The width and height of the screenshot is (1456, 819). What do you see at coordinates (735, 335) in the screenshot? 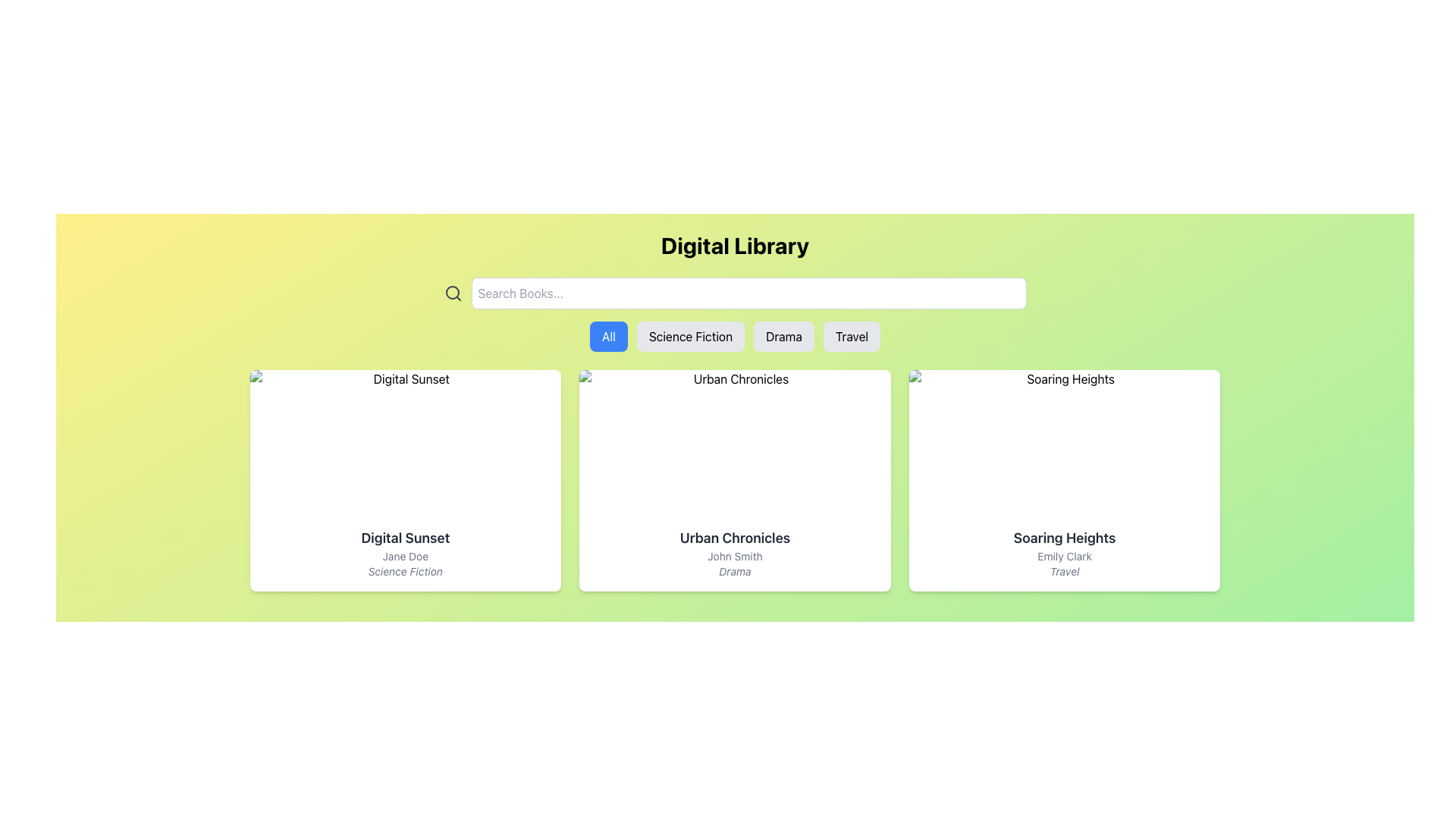
I see `the 'Science Fiction' tab in the Category Navigation Tabs located below the search bar in the Digital Library interface` at bounding box center [735, 335].